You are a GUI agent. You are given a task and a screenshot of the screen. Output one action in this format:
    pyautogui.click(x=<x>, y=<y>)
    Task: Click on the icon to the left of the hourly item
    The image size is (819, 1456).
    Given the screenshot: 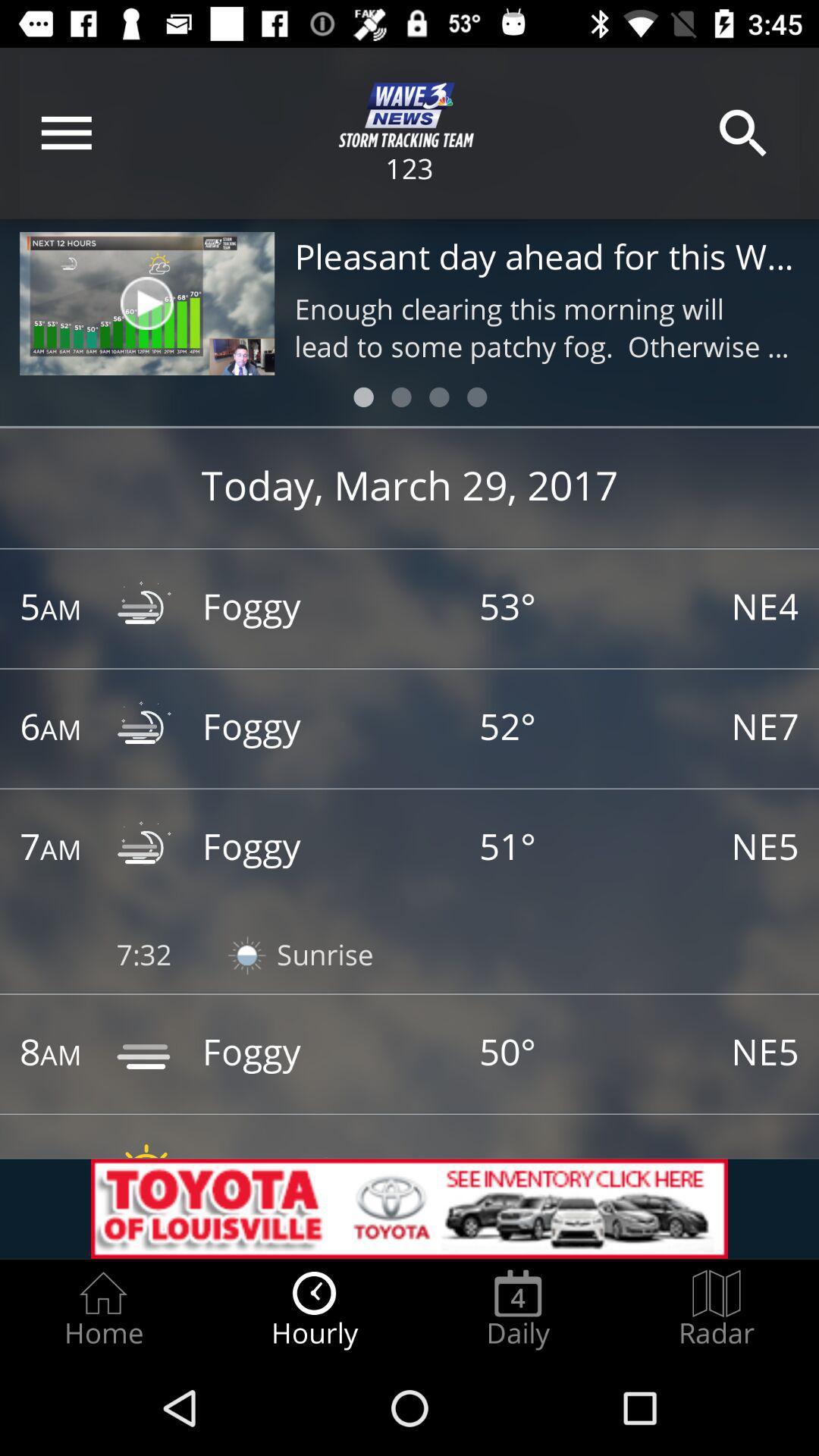 What is the action you would take?
    pyautogui.click(x=102, y=1309)
    